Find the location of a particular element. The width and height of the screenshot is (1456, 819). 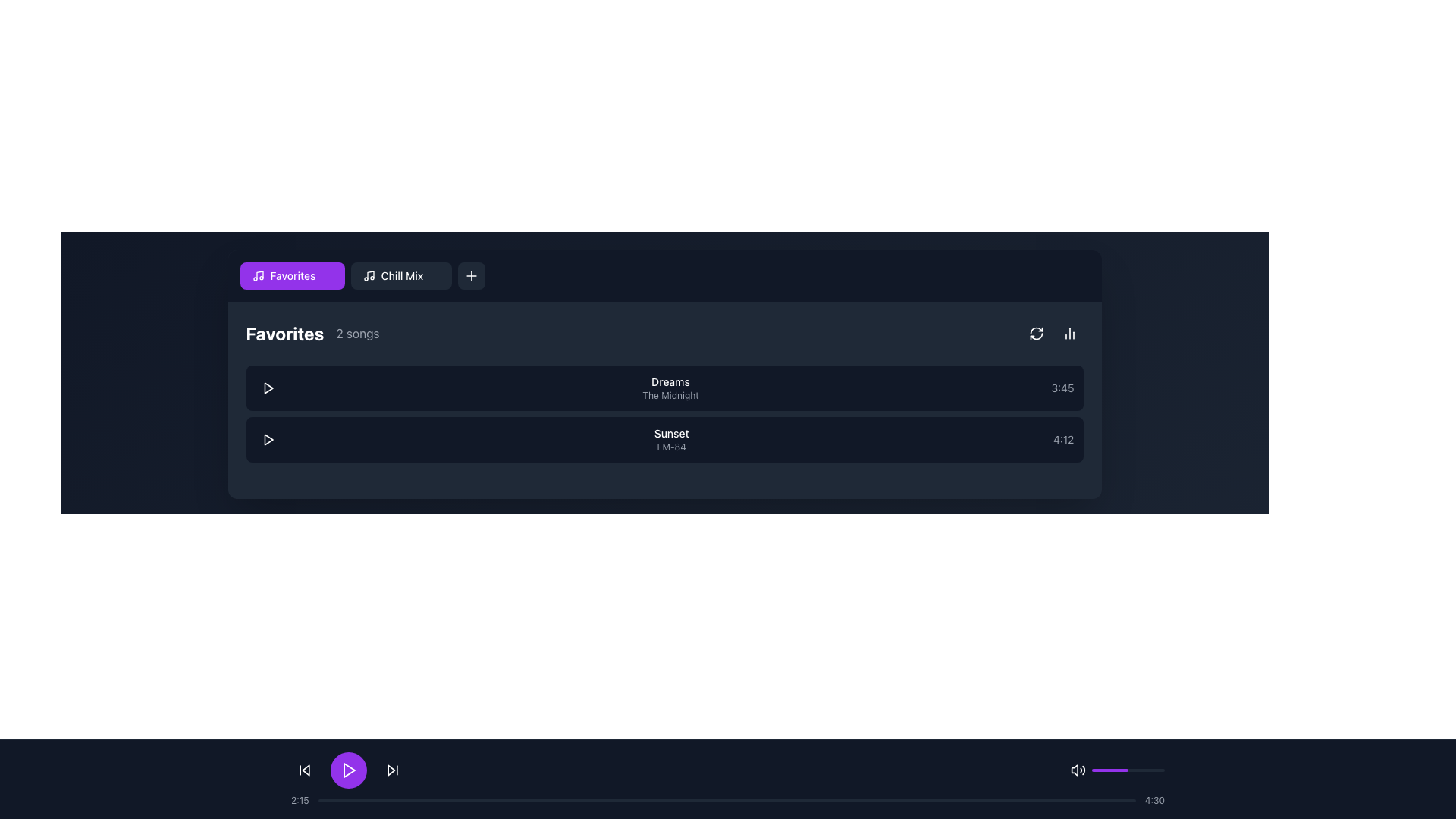

the playback position is located at coordinates (657, 800).